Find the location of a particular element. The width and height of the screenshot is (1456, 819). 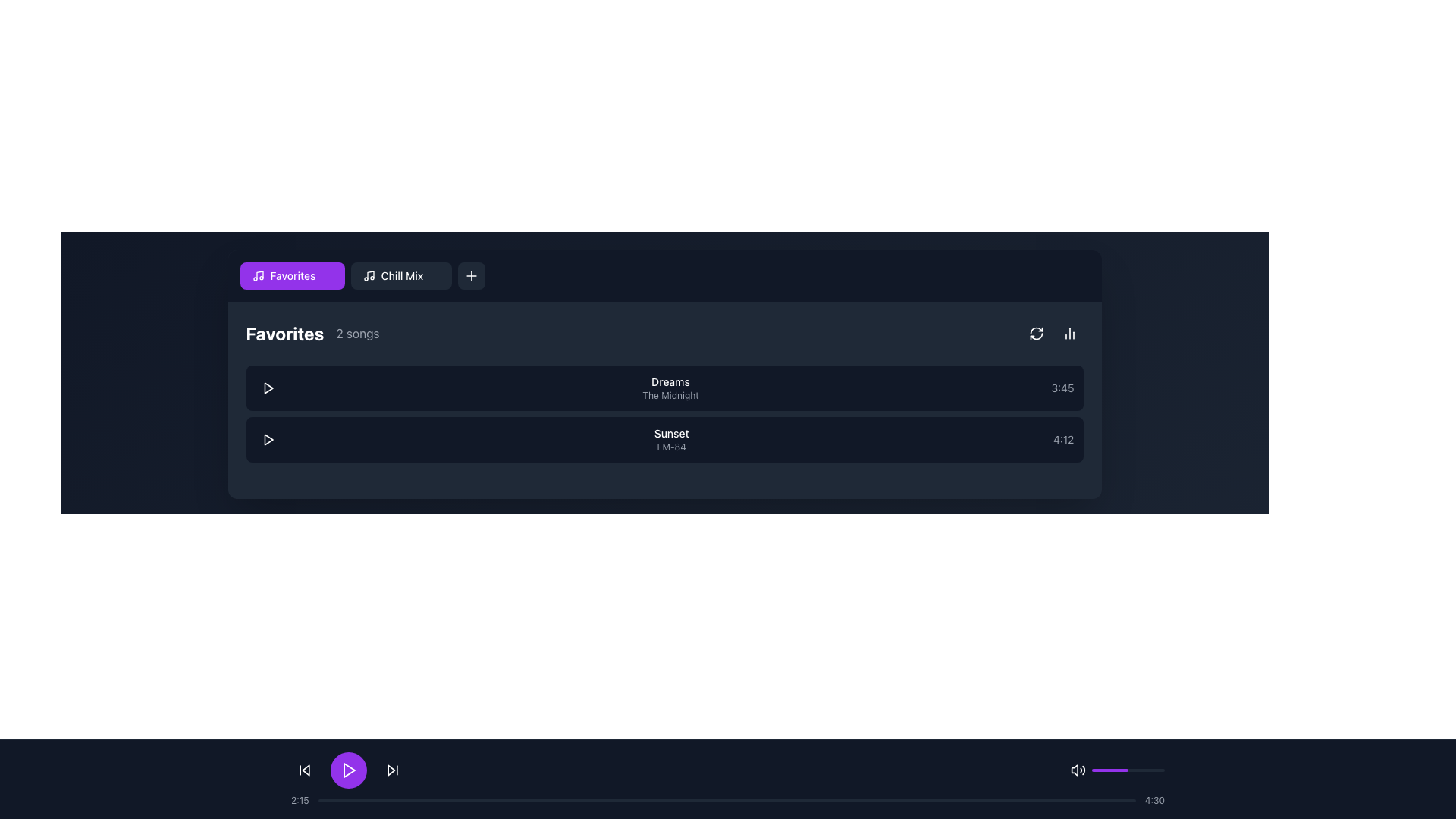

the playback position is located at coordinates (657, 800).